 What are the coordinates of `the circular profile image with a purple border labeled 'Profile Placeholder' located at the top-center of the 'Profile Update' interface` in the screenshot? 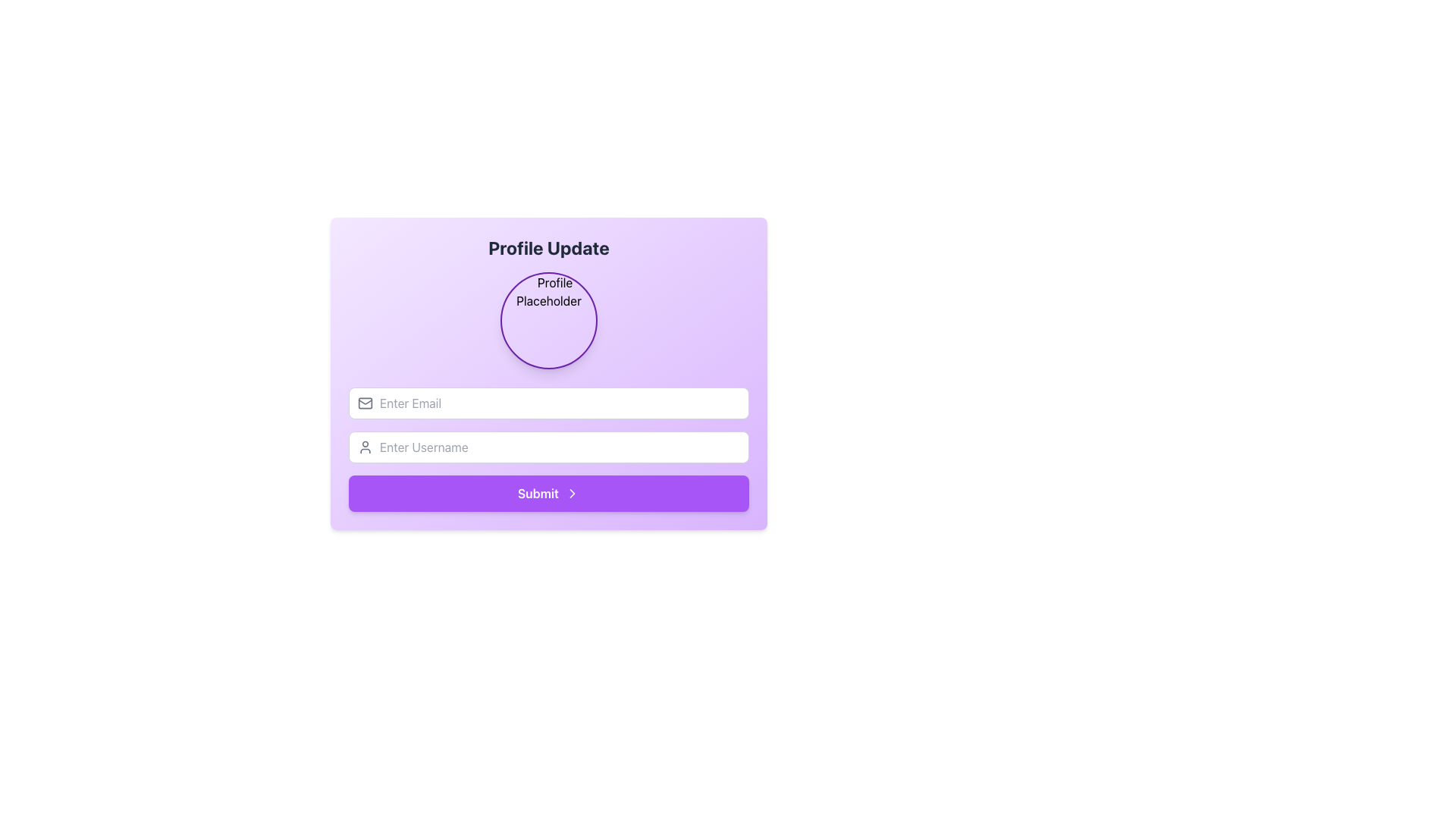 It's located at (548, 320).